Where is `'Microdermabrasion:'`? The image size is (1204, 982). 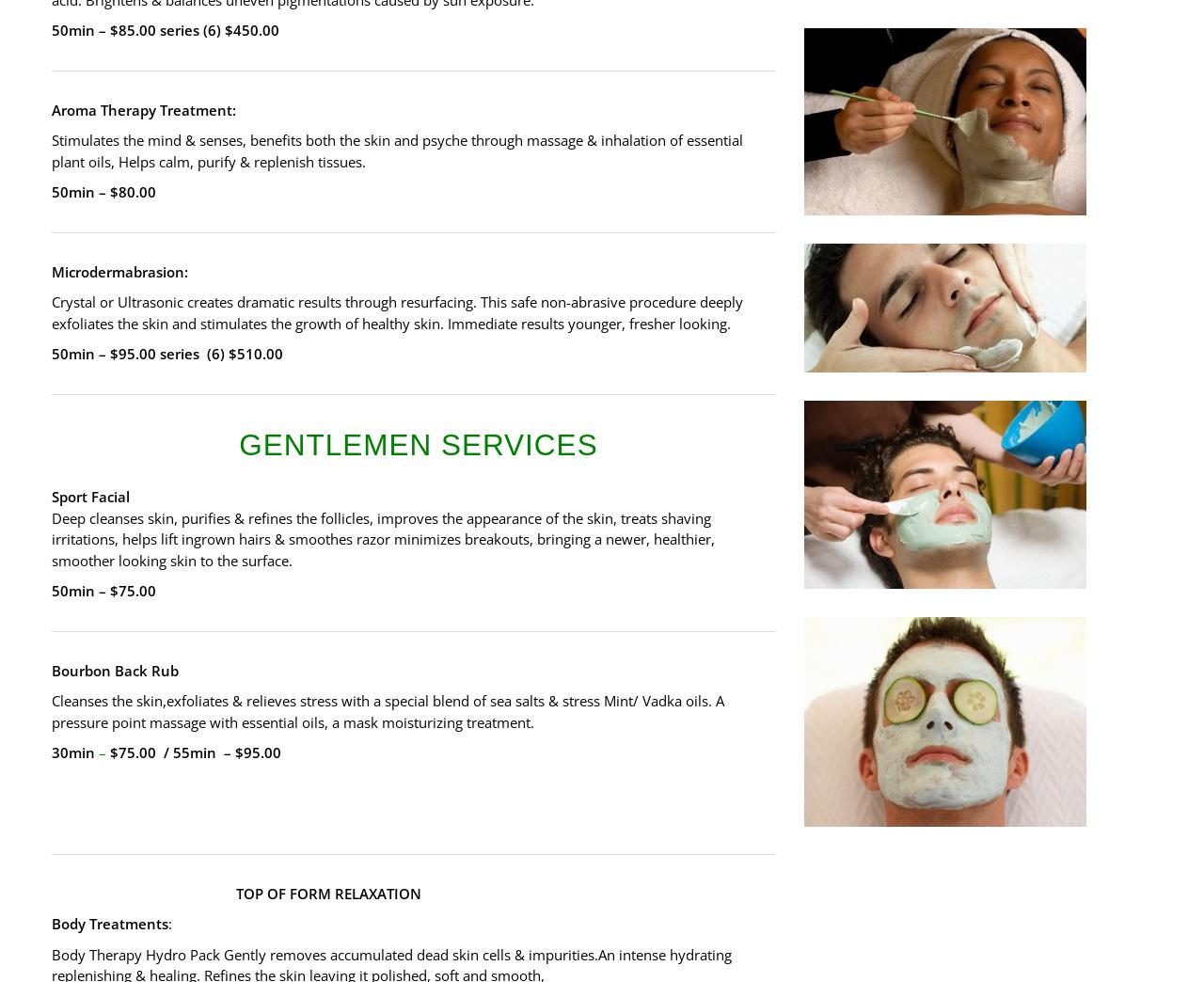 'Microdermabrasion:' is located at coordinates (119, 270).